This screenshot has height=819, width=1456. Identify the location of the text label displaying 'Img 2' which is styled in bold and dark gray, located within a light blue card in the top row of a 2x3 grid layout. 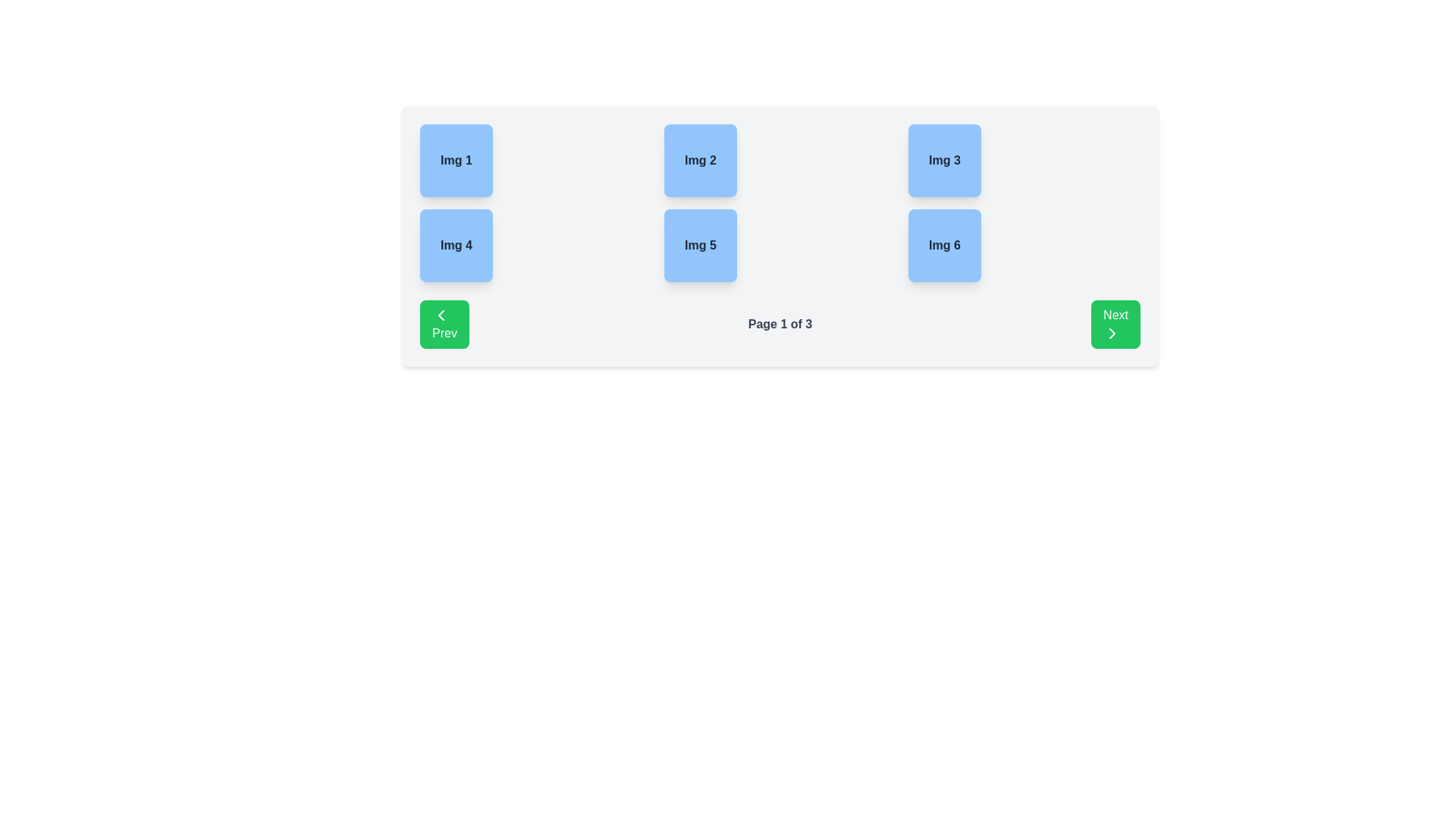
(699, 161).